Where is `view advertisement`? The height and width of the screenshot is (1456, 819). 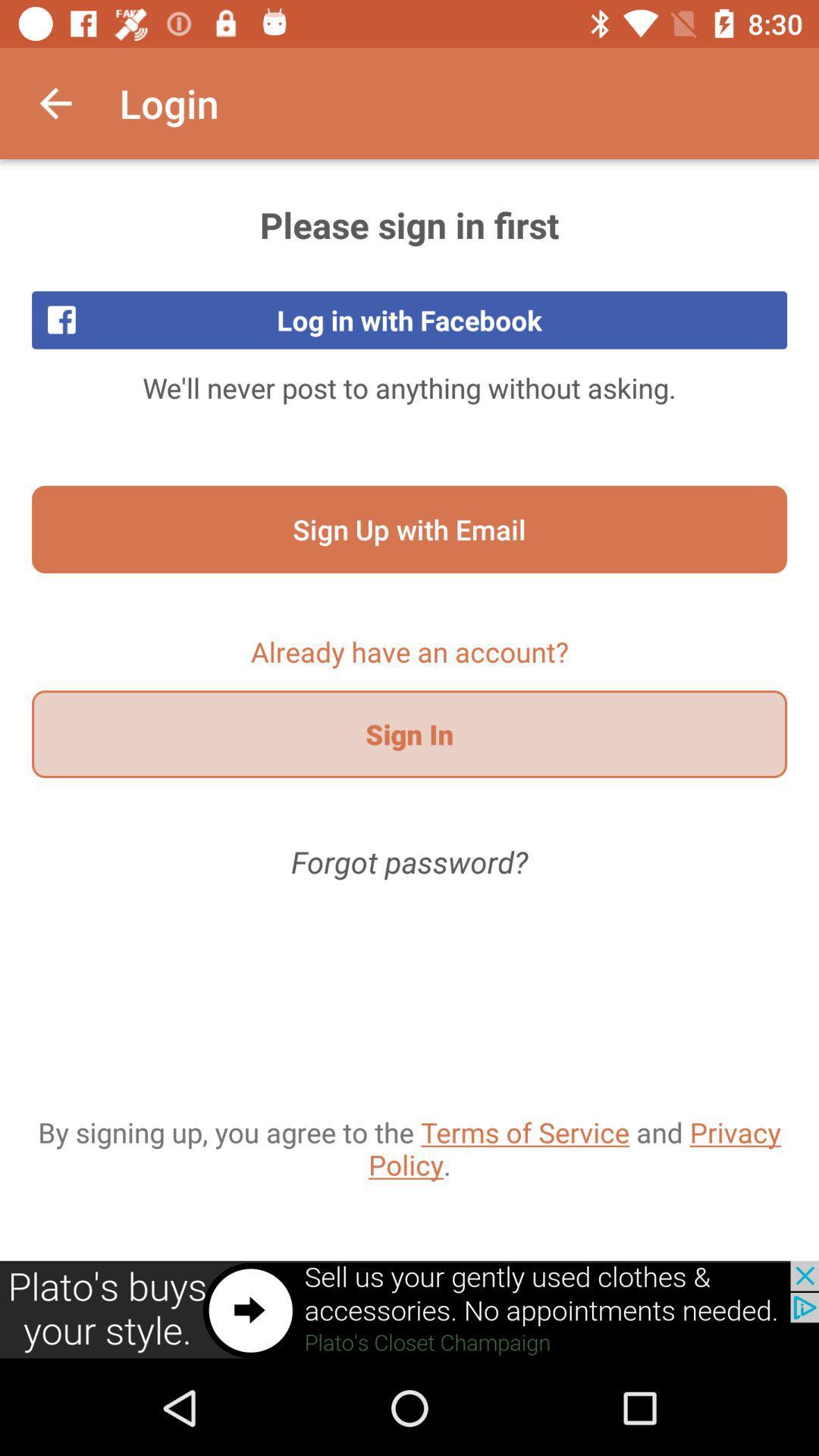
view advertisement is located at coordinates (409, 1310).